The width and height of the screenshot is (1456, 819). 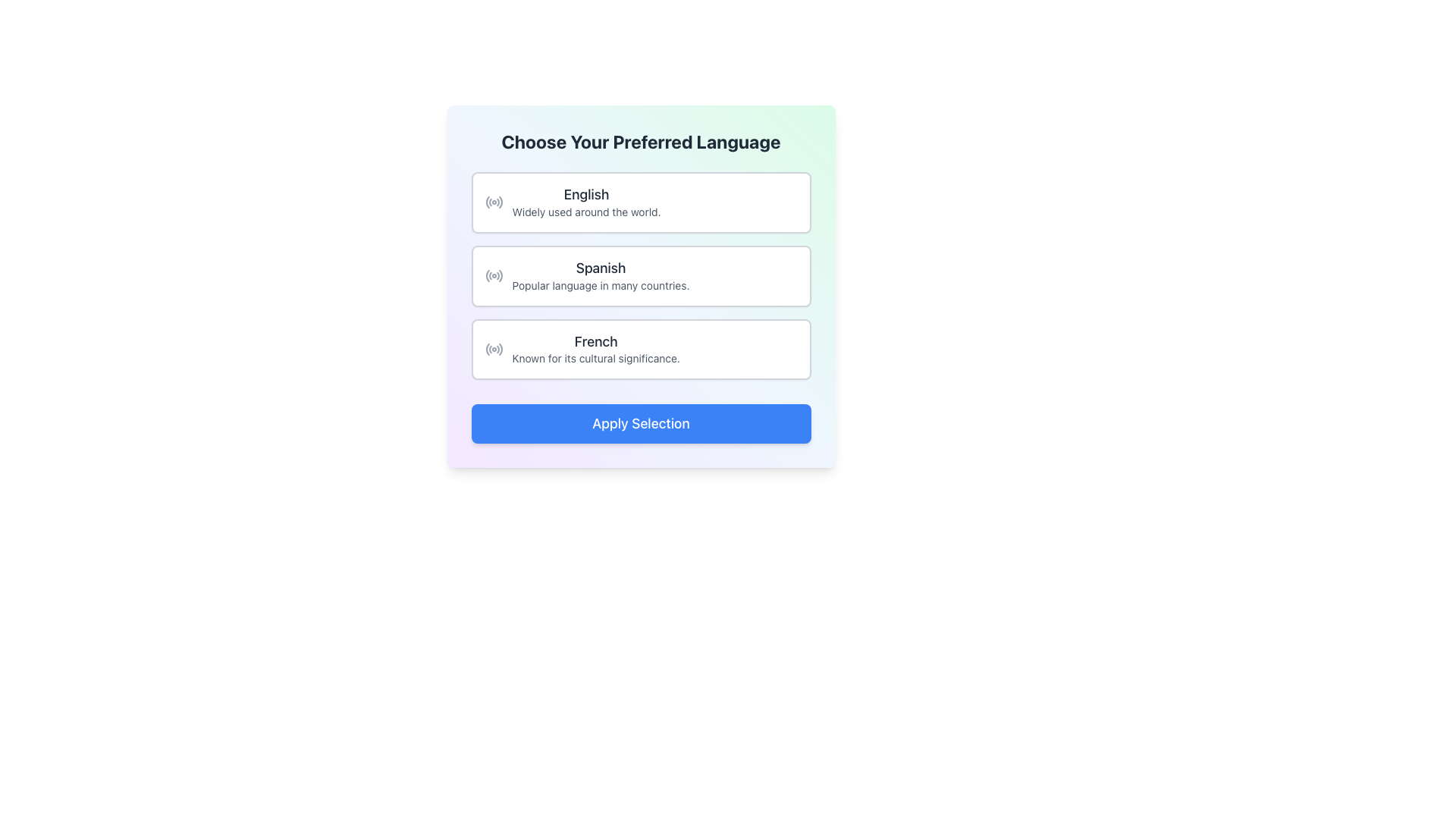 I want to click on the 'Spanish' language selection button located in the second card of a vertical stack of language options, so click(x=641, y=276).